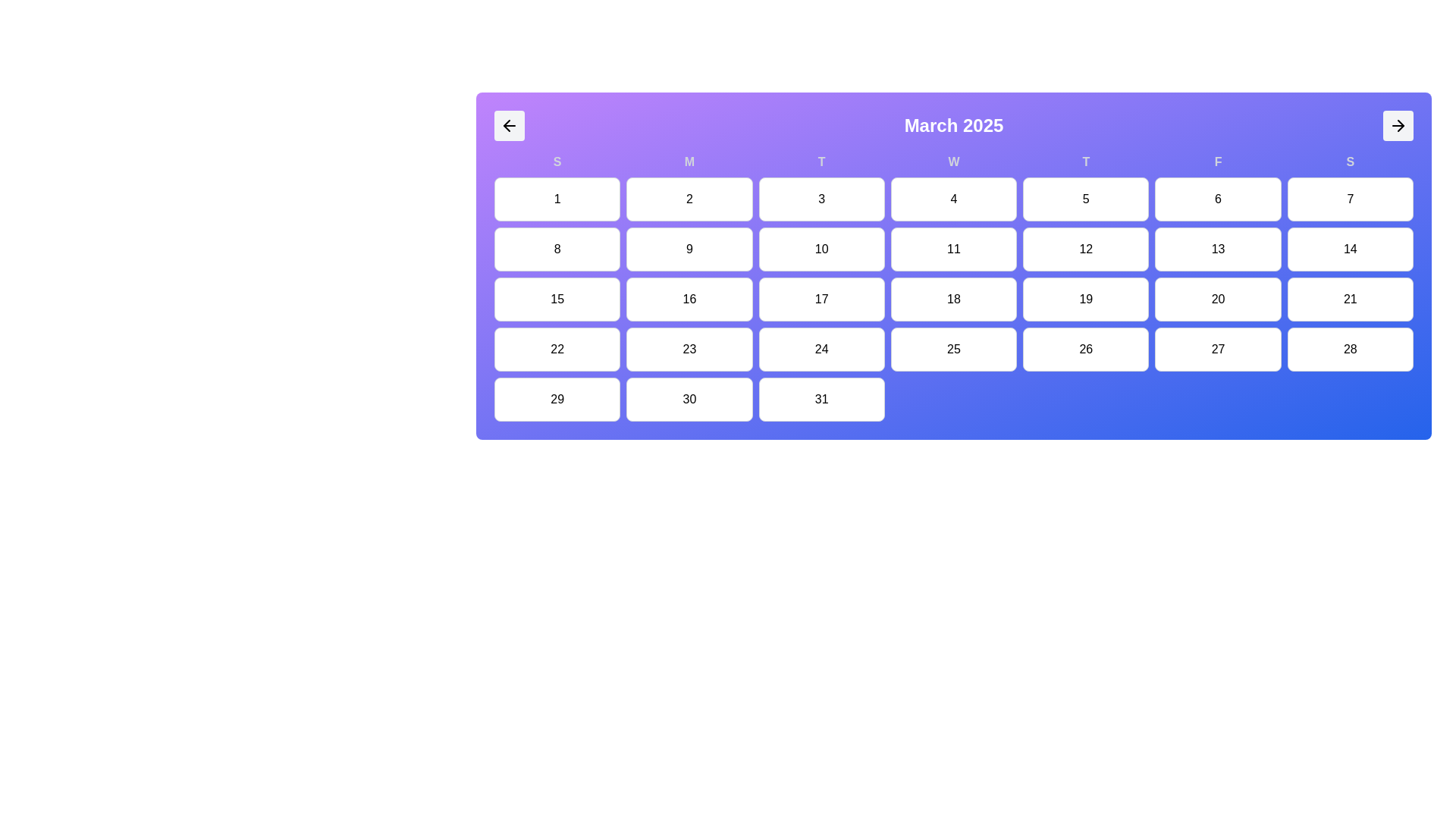 The image size is (1456, 819). I want to click on the clickable calendar grid cell that displays the date '28', so click(1350, 350).